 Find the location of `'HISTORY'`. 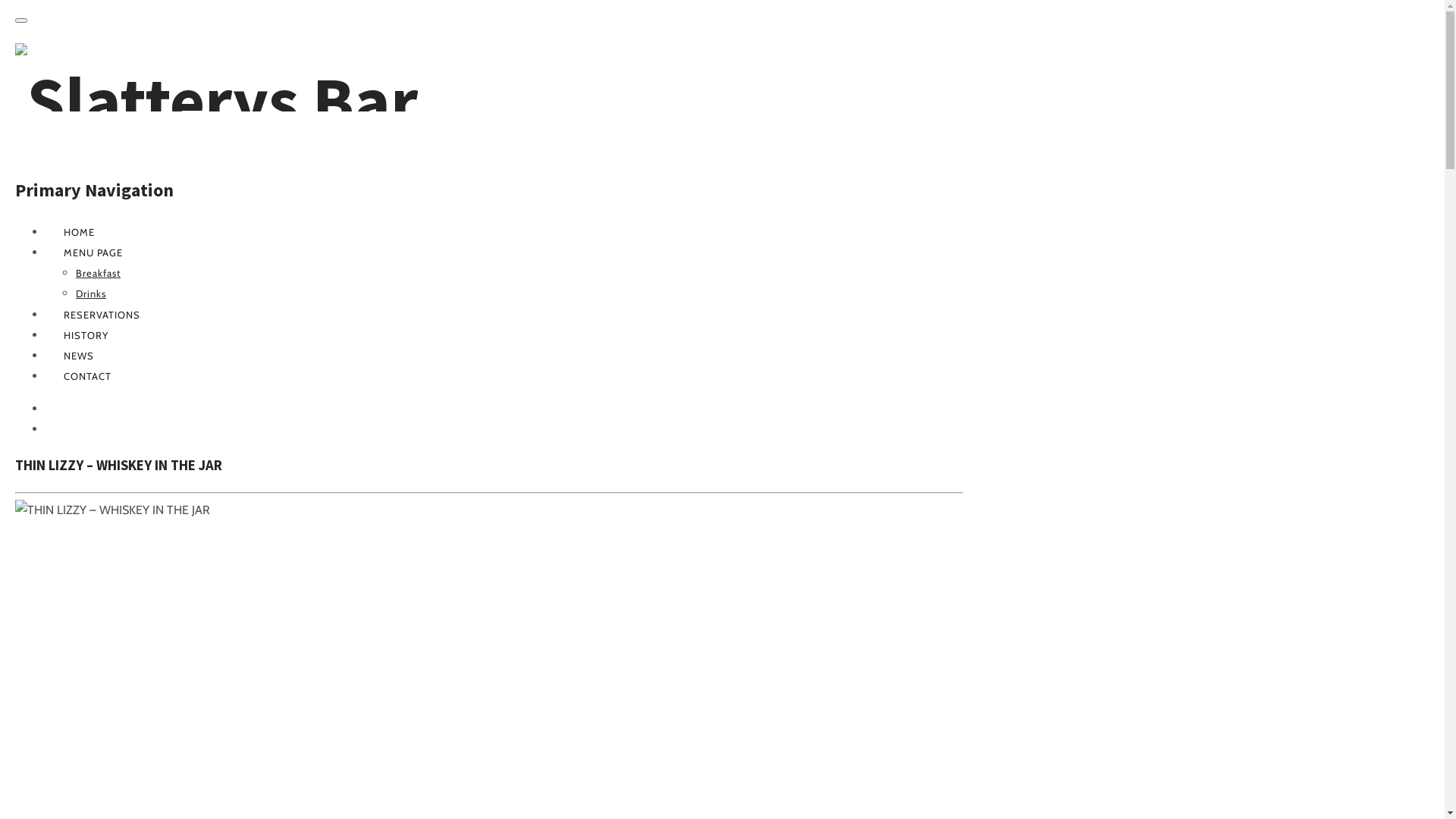

'HISTORY' is located at coordinates (85, 334).